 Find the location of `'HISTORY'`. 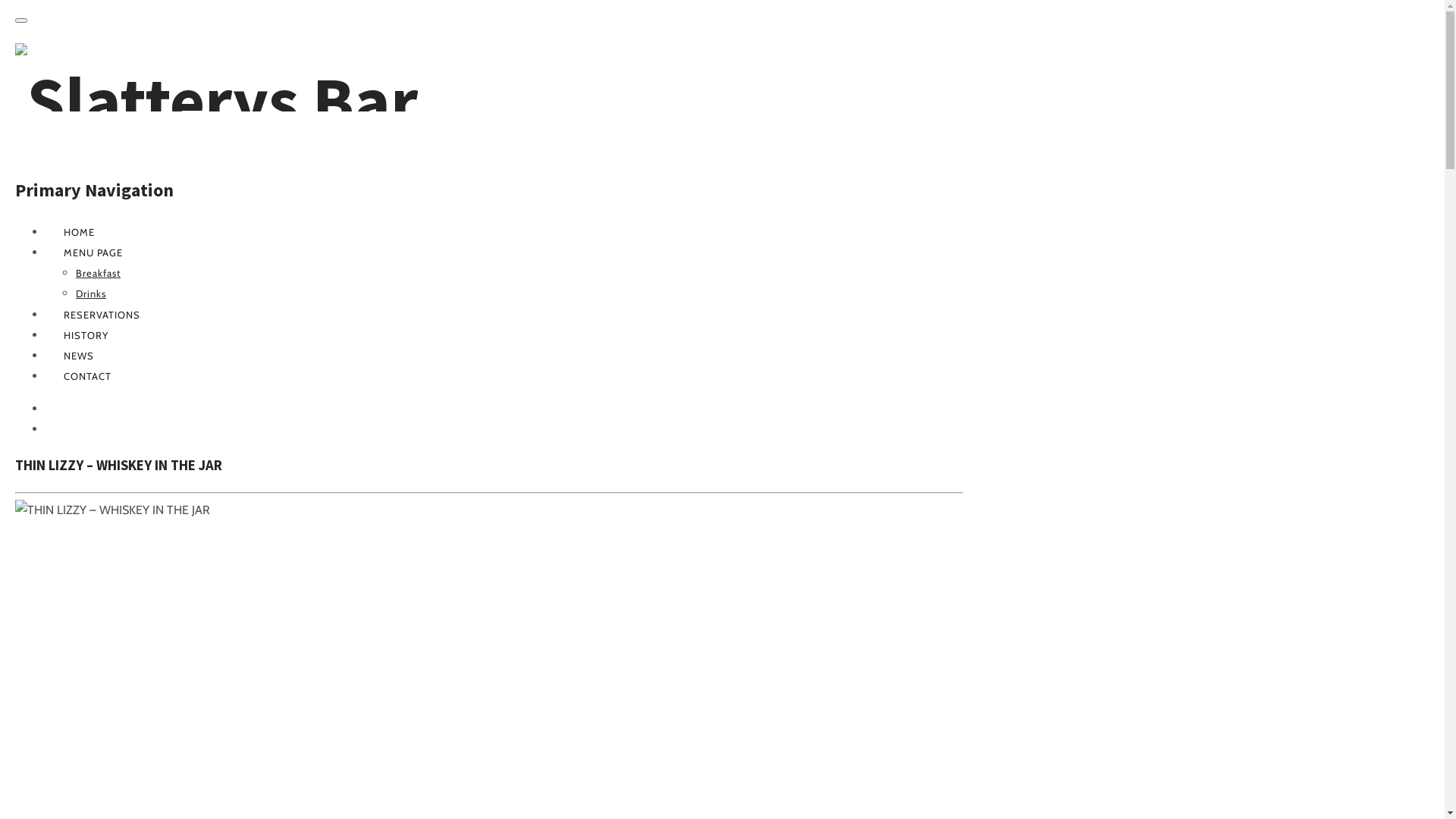

'HISTORY' is located at coordinates (85, 334).